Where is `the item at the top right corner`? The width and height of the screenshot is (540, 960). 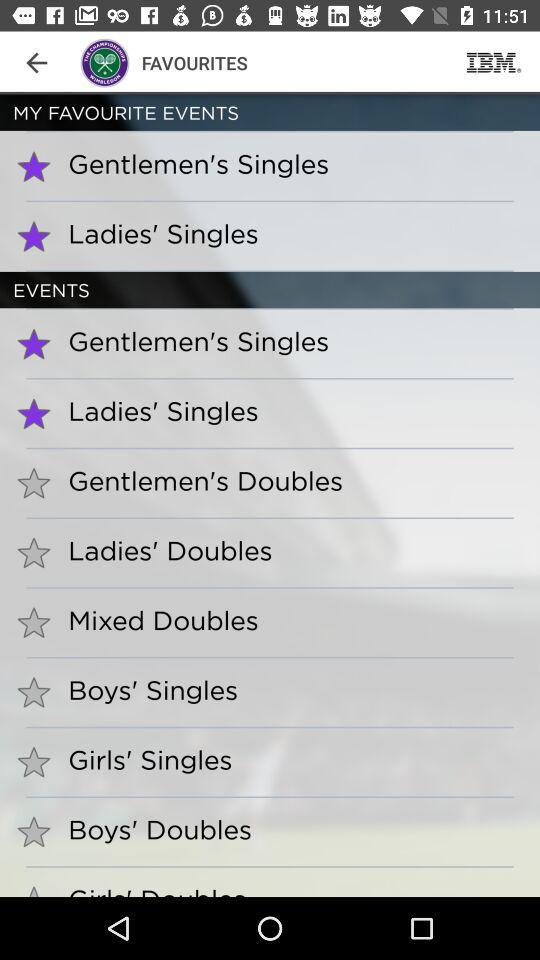 the item at the top right corner is located at coordinates (493, 62).